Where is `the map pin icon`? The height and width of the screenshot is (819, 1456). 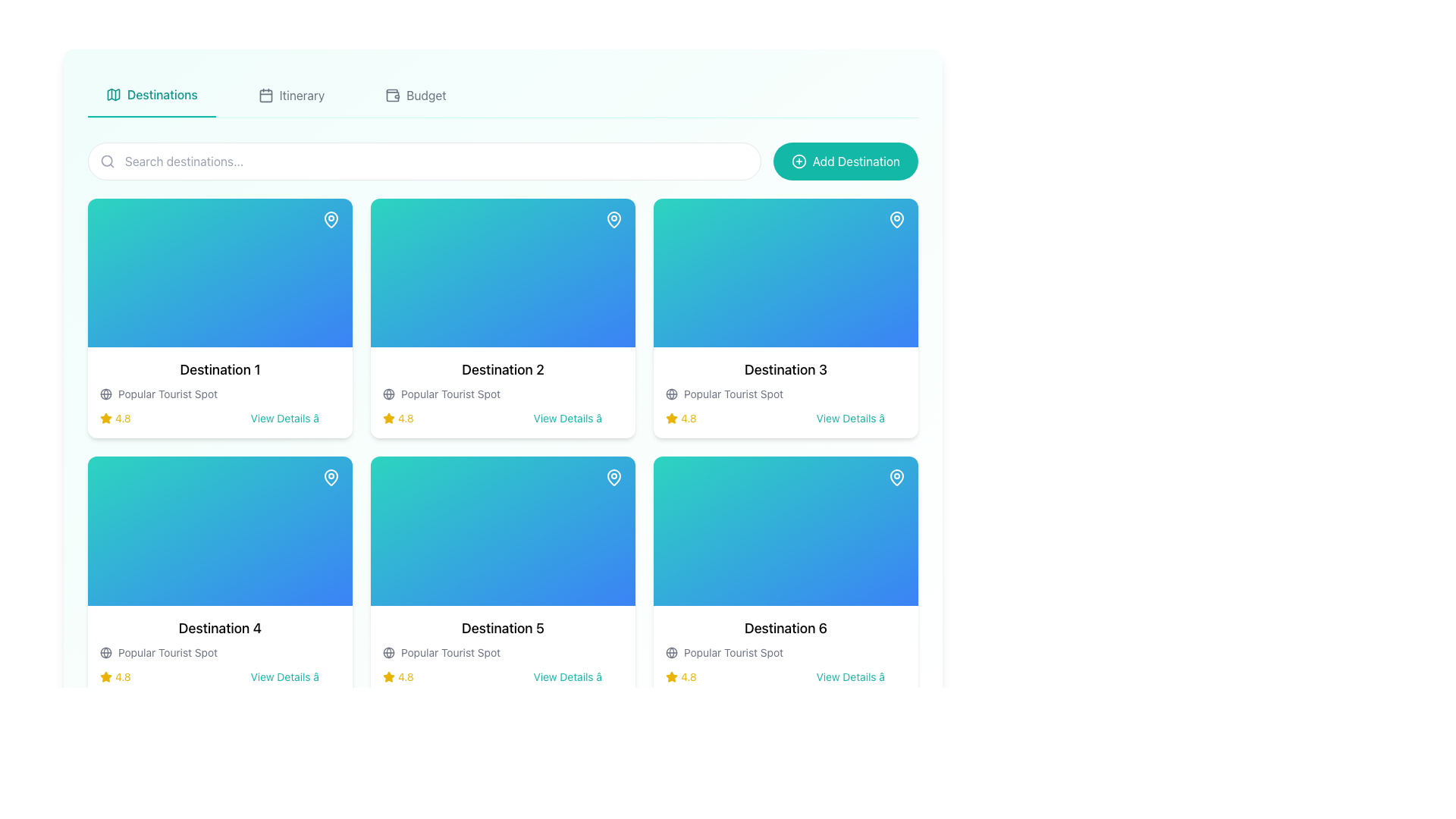
the map pin icon is located at coordinates (896, 476).